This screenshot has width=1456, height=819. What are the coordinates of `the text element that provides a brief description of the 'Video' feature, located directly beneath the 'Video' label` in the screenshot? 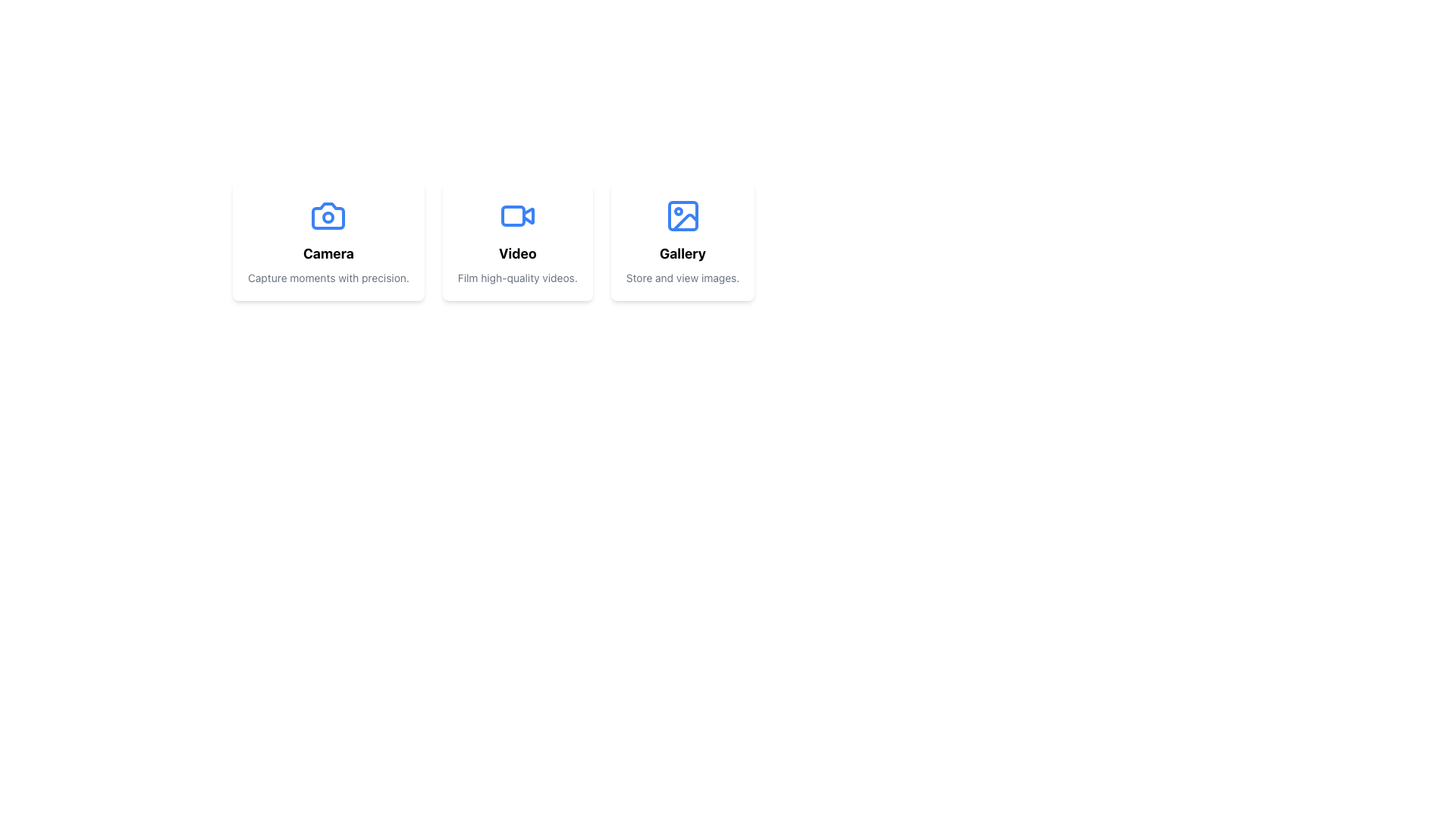 It's located at (517, 278).